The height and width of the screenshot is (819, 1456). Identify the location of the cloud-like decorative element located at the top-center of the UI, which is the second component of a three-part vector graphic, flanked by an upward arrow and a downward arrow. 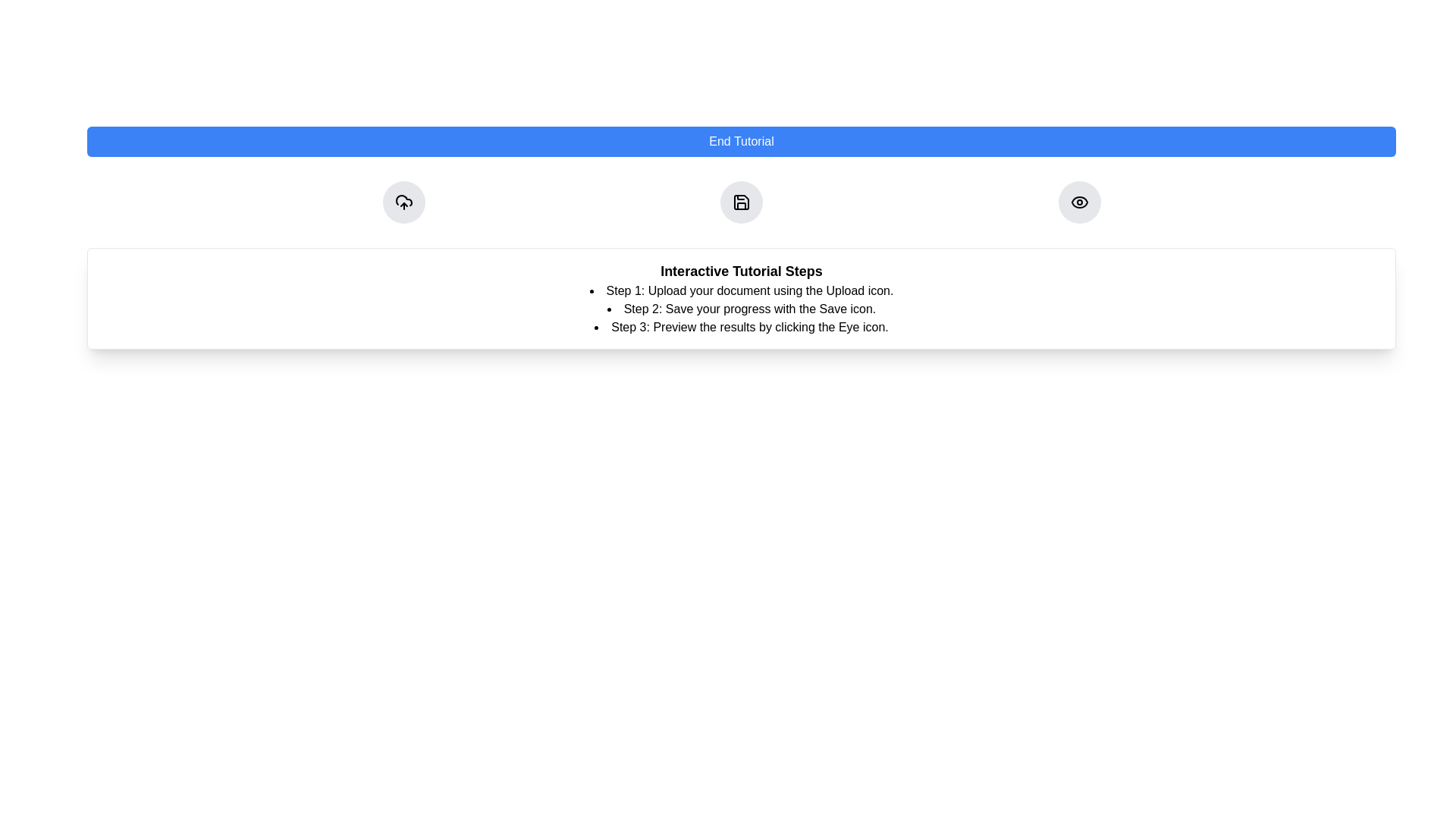
(403, 199).